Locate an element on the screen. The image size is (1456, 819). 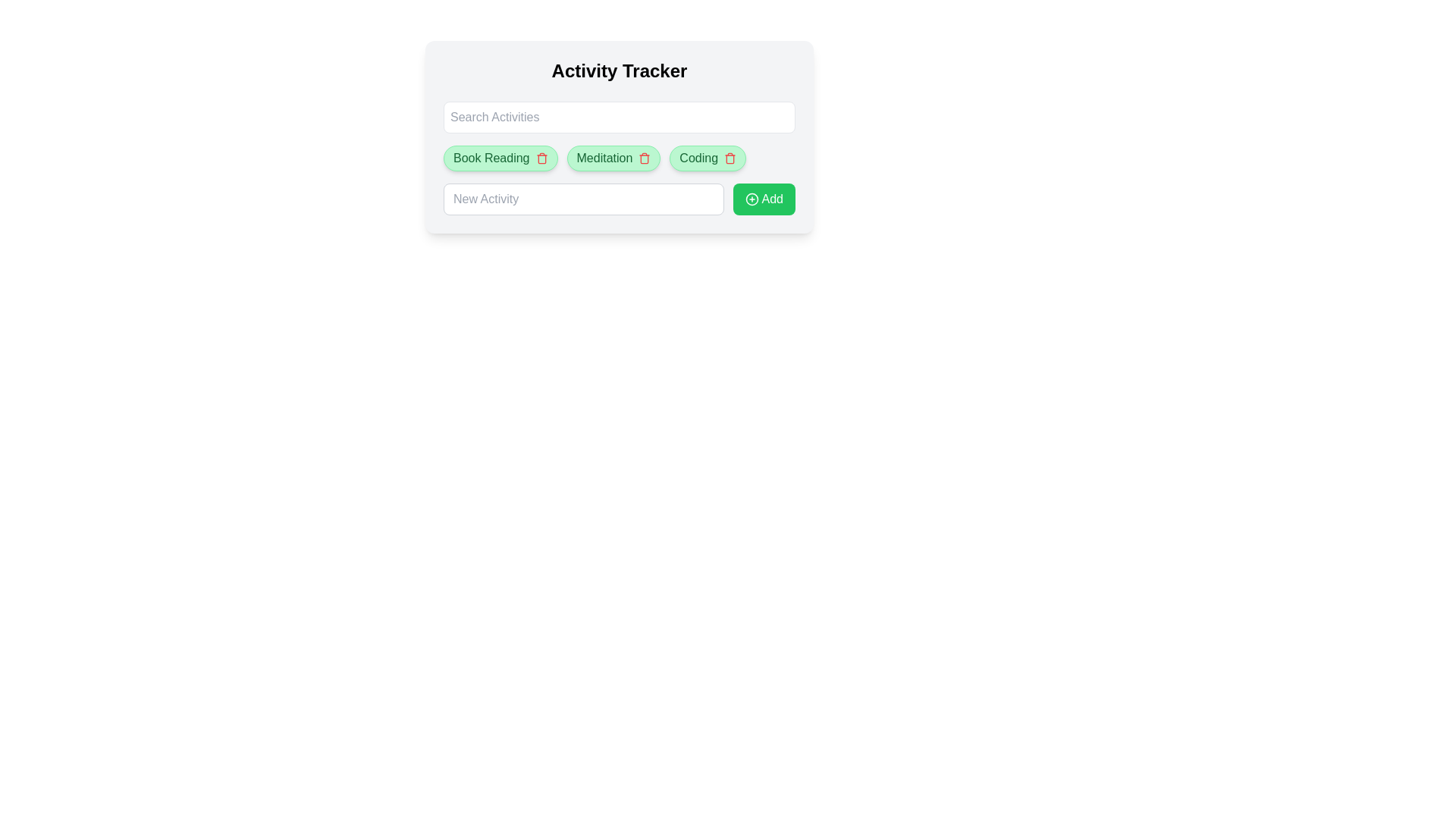
the circular plus icon within the 'Add' button, which indicates the addition functionality is located at coordinates (752, 198).